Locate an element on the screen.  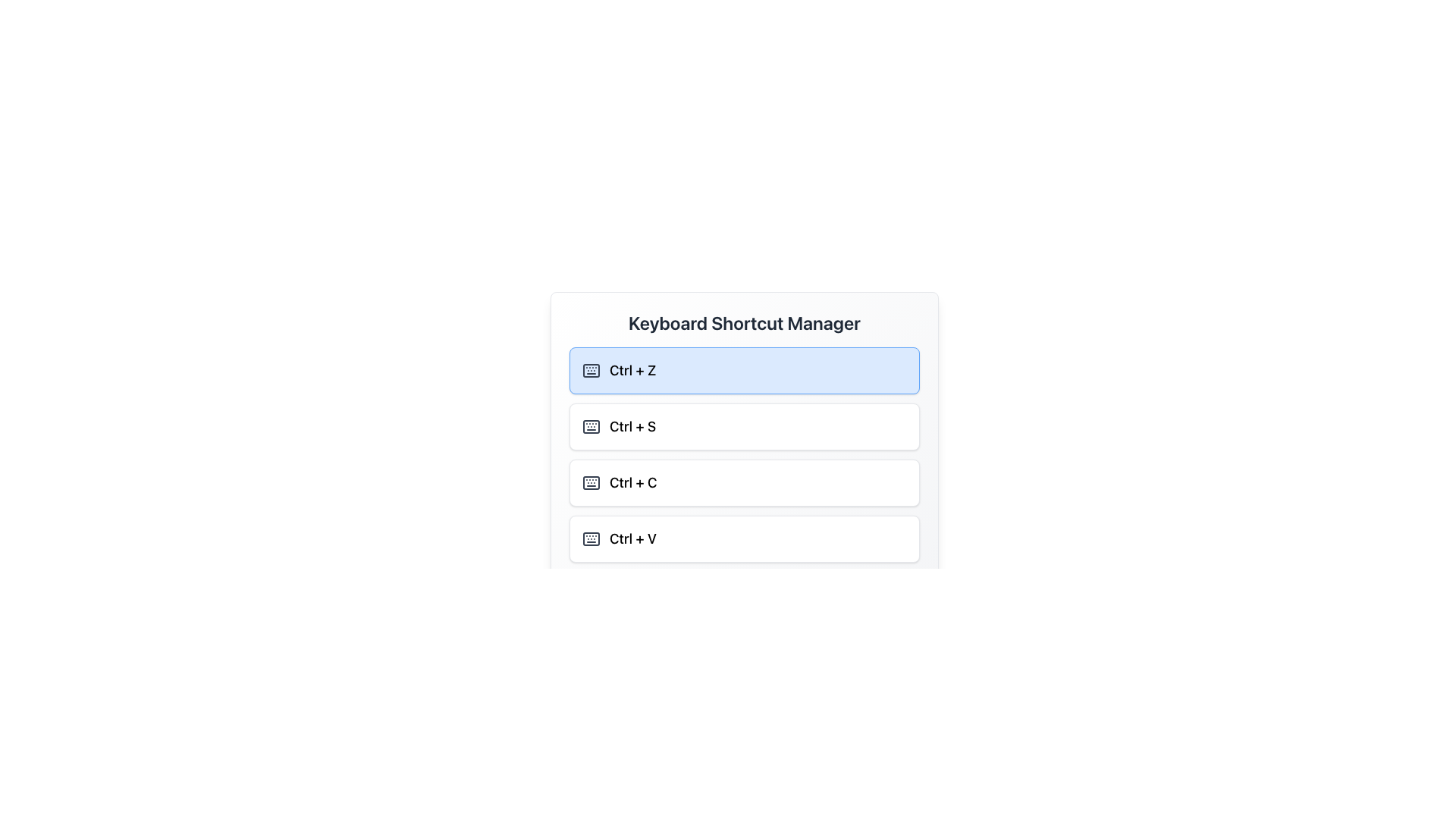
the text label that describes the keyboard shortcut 'Ctrl + S', which is positioned between the 'Ctrl + Z' and 'Ctrl + C' cards in the vertical list is located at coordinates (632, 427).